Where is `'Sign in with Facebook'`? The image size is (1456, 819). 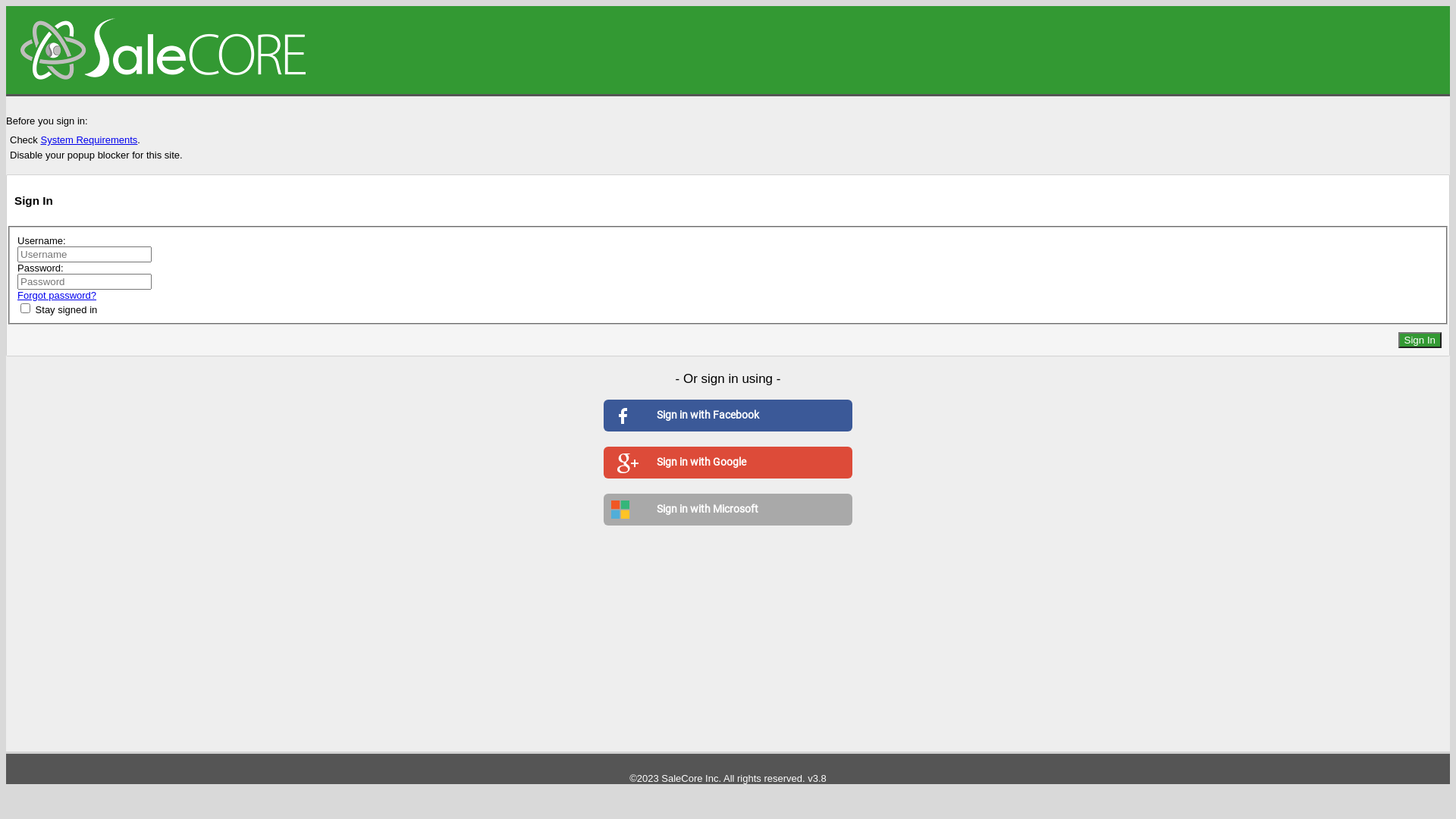 'Sign in with Facebook' is located at coordinates (728, 415).